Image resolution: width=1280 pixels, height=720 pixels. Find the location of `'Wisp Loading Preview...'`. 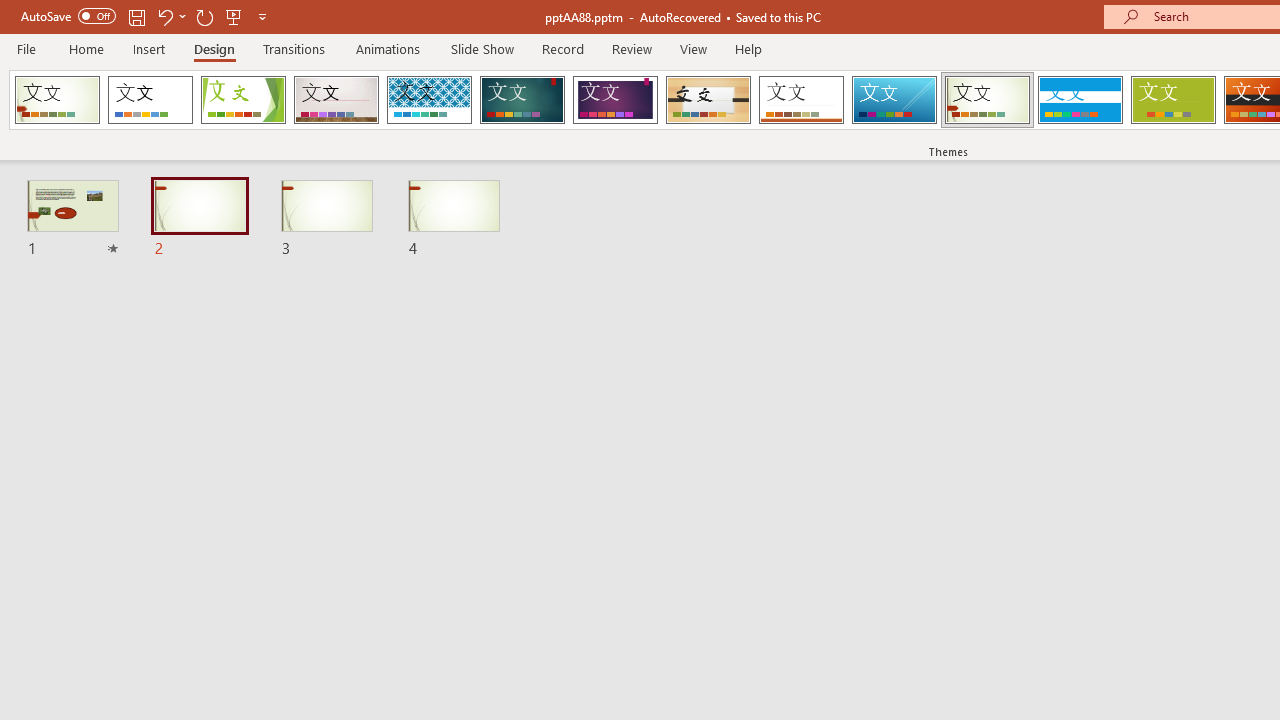

'Wisp Loading Preview...' is located at coordinates (987, 100).